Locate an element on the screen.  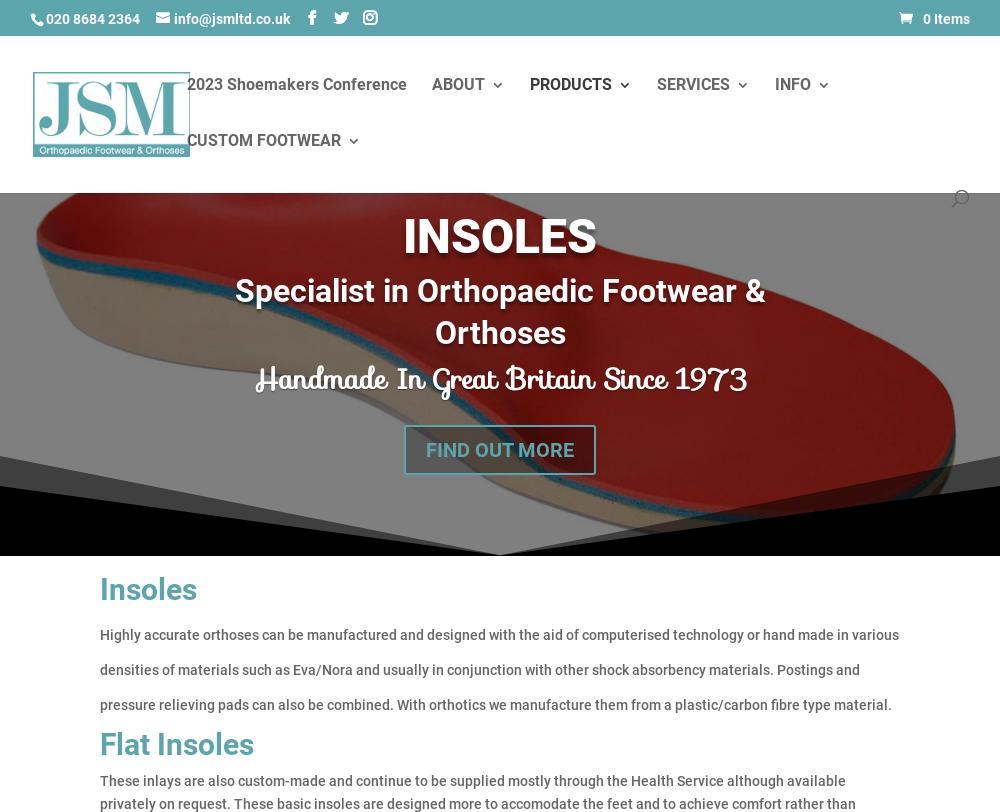
'Leather Splitting or Thinning' is located at coordinates (696, 230).